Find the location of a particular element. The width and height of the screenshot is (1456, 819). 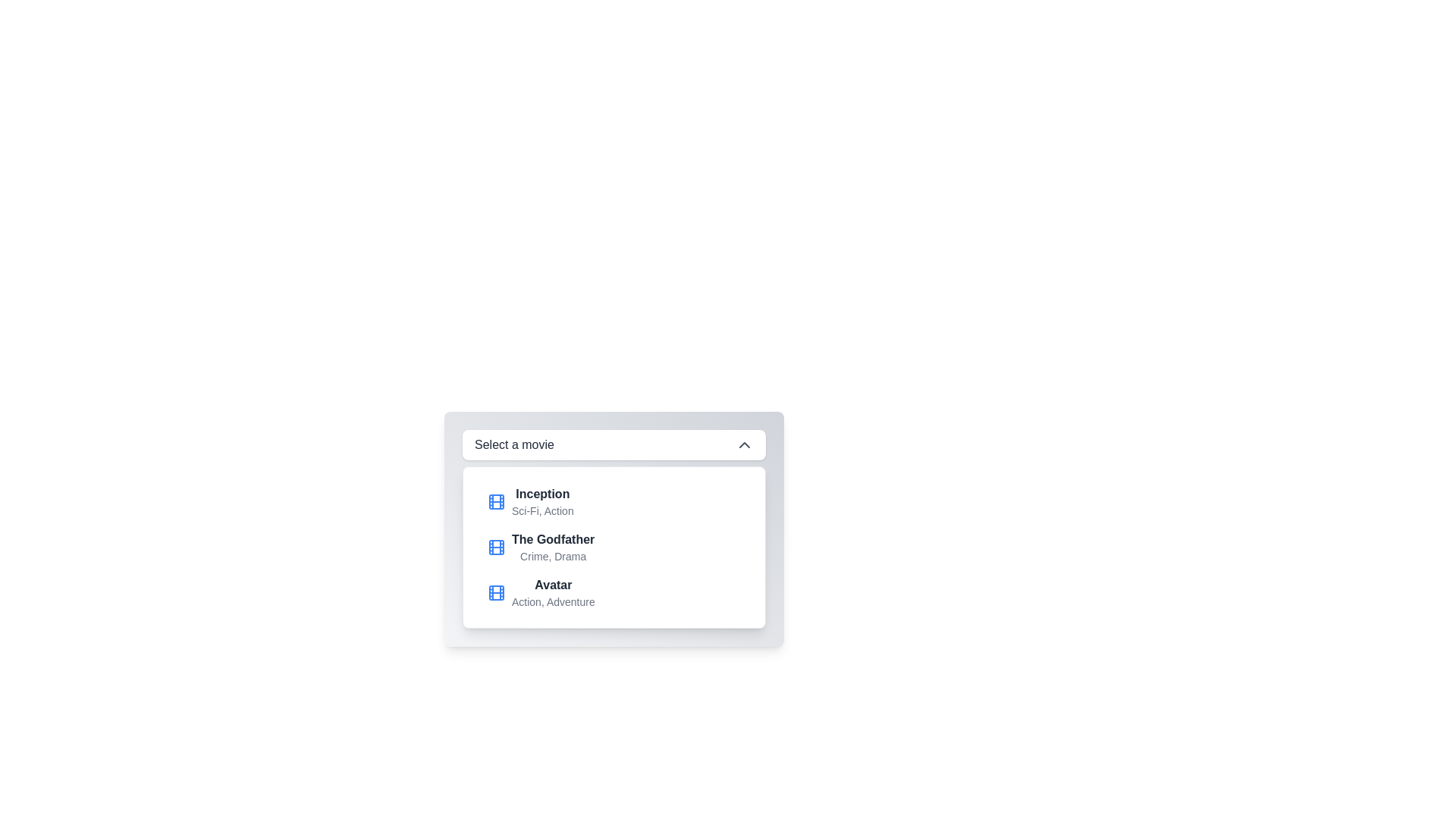

the 'Avatar' option in the dropdown menu labeled 'Select a movie' is located at coordinates (541, 592).